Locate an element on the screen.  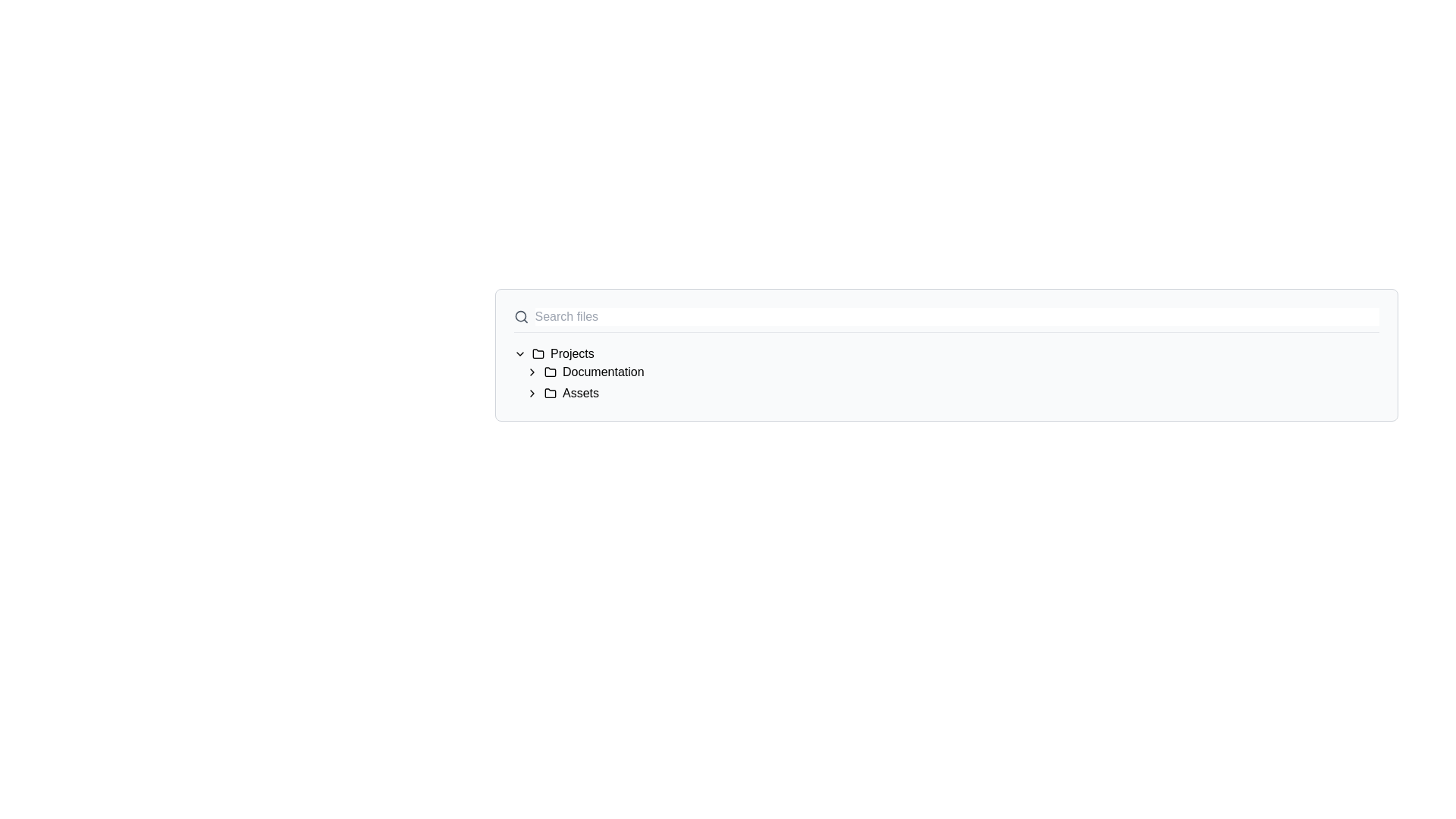
the folder icon that is located next to the 'Projects' label in the hierarchical list is located at coordinates (538, 353).